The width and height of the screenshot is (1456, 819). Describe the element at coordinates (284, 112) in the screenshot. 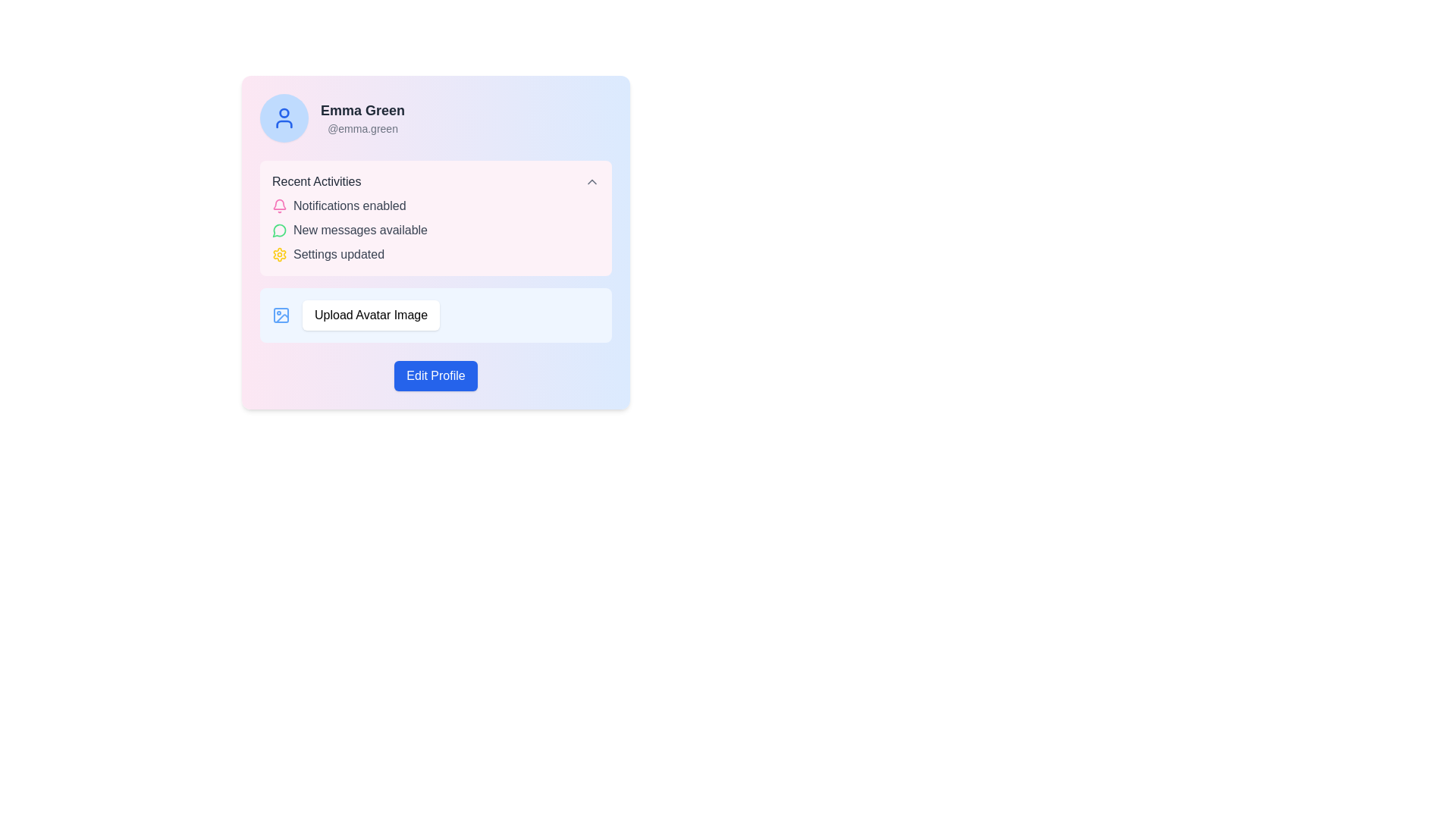

I see `the SVG circle graphical element representing the head in the profile icon located in the top left section of the interface card` at that location.